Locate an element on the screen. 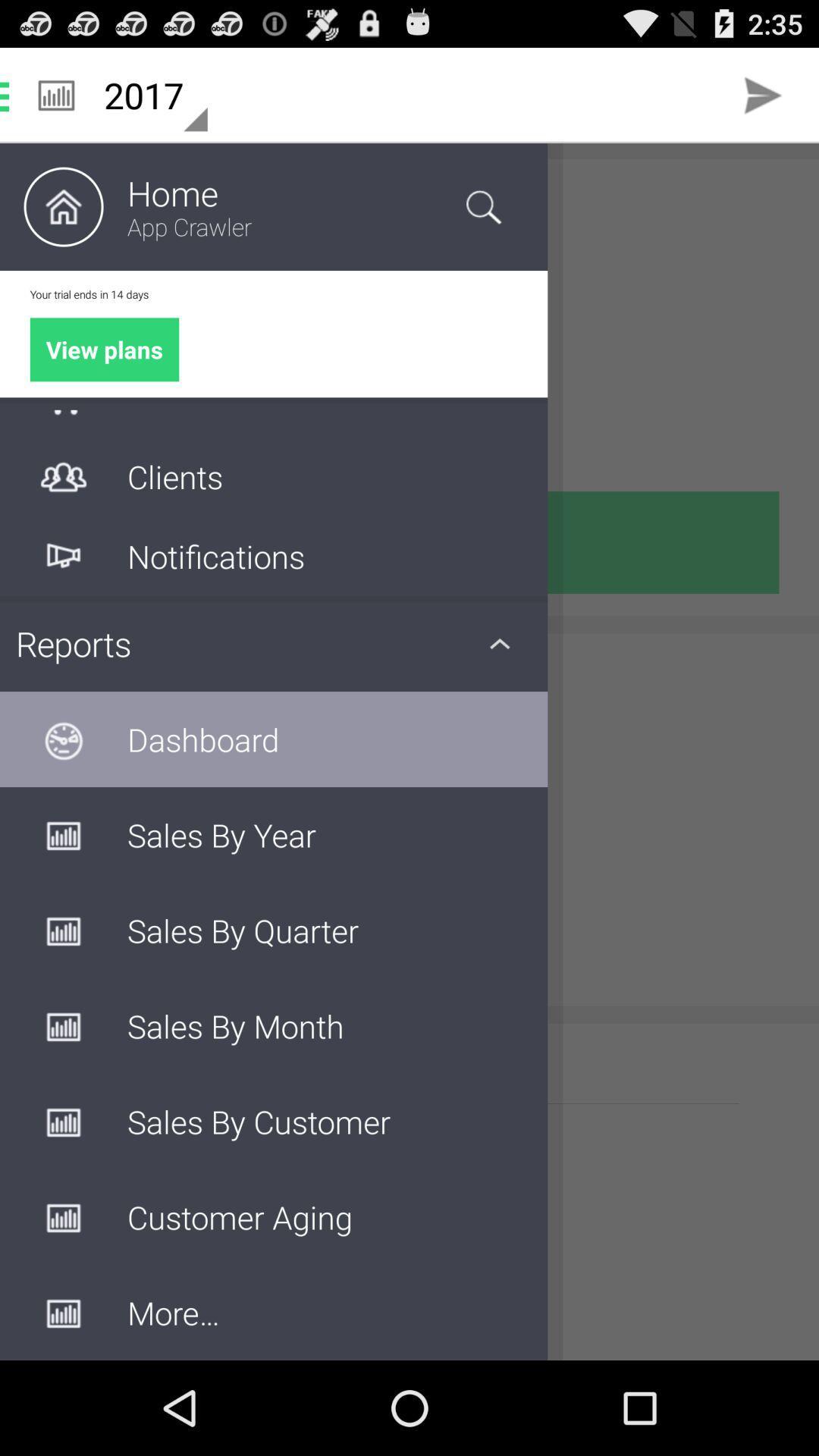 This screenshot has height=1456, width=819. the home icon is located at coordinates (63, 221).